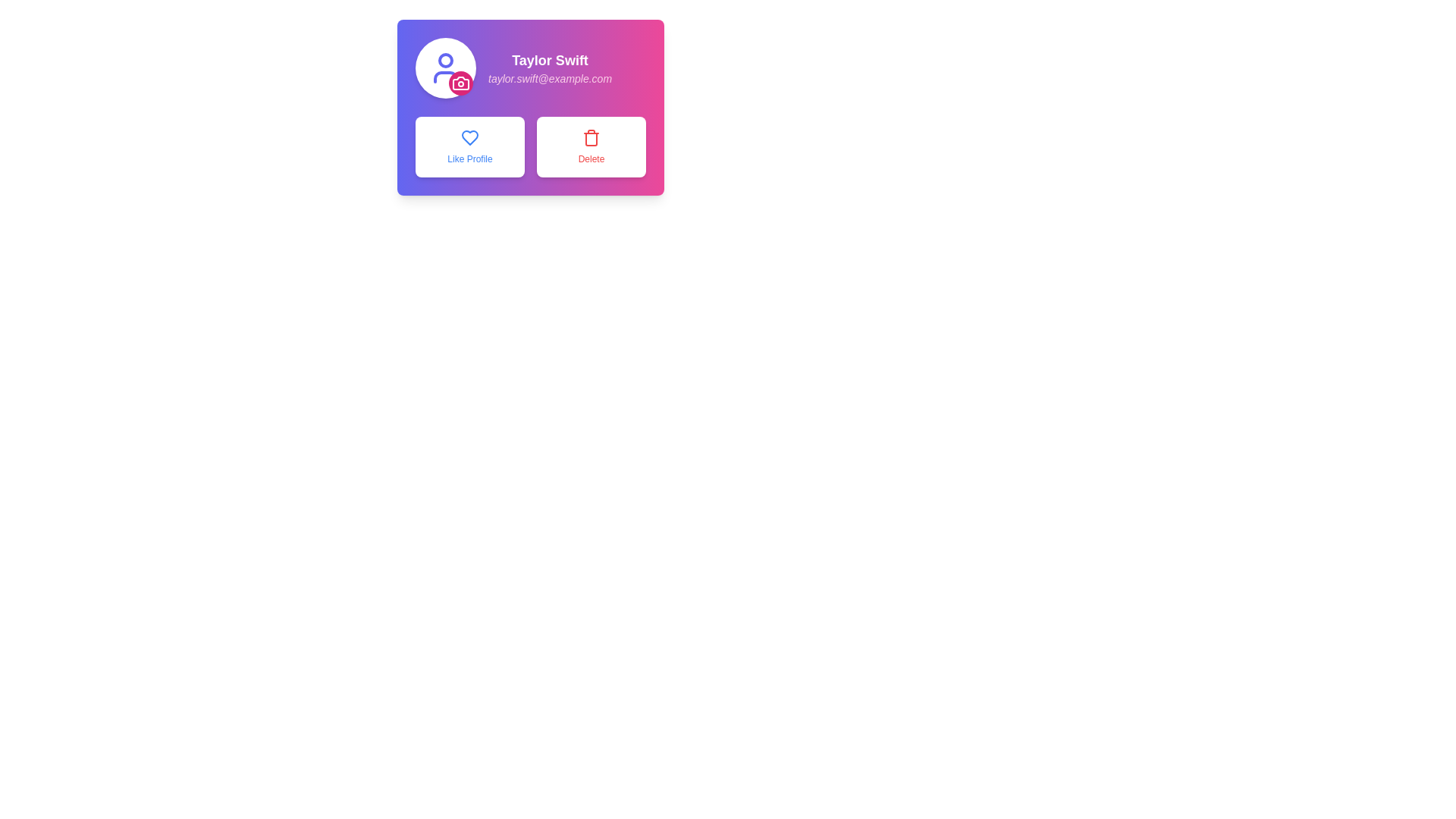  Describe the element at coordinates (469, 137) in the screenshot. I see `the heart icon located inside the 'Like Profile' button` at that location.